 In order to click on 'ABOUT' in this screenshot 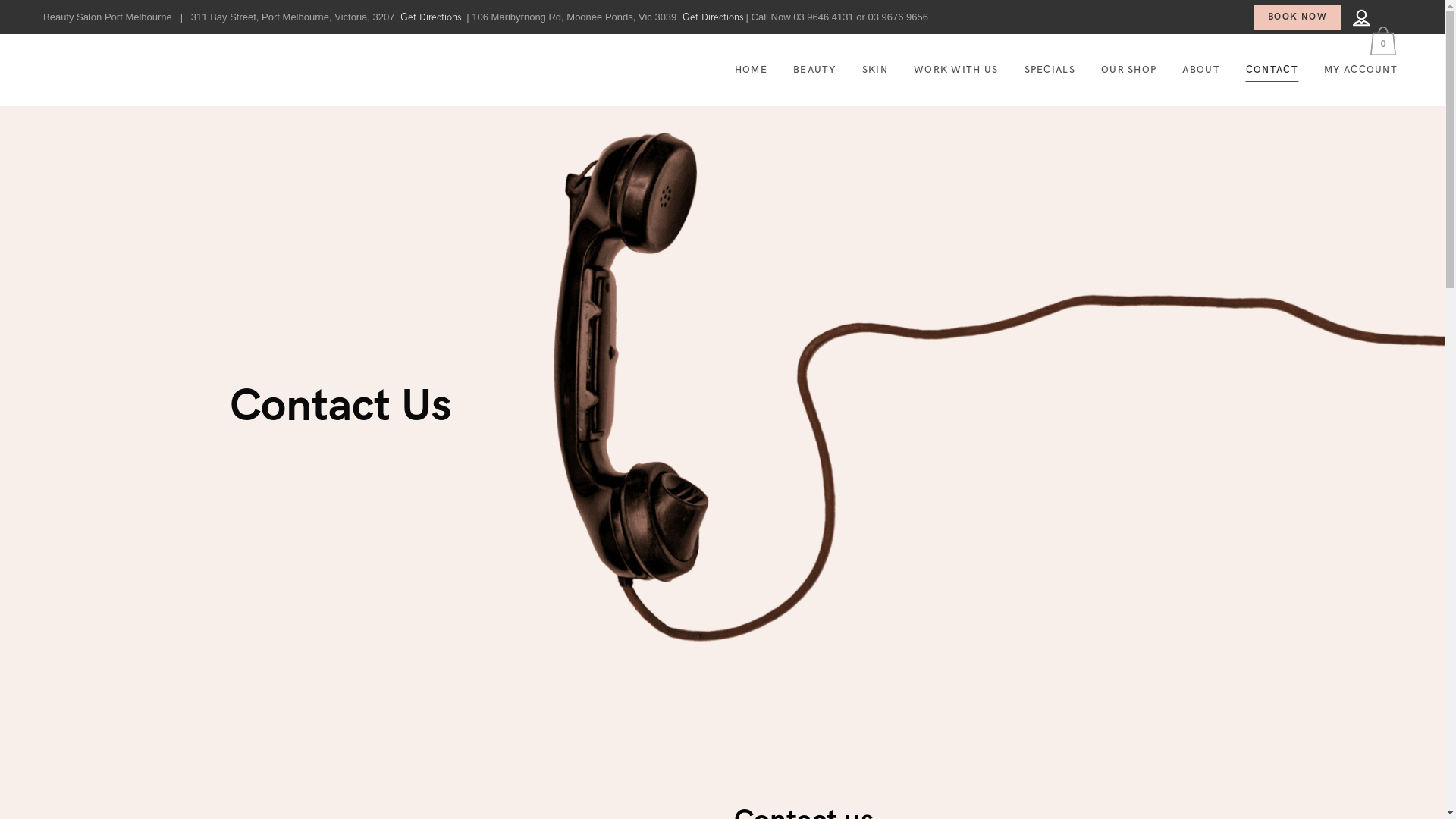, I will do `click(1200, 70)`.